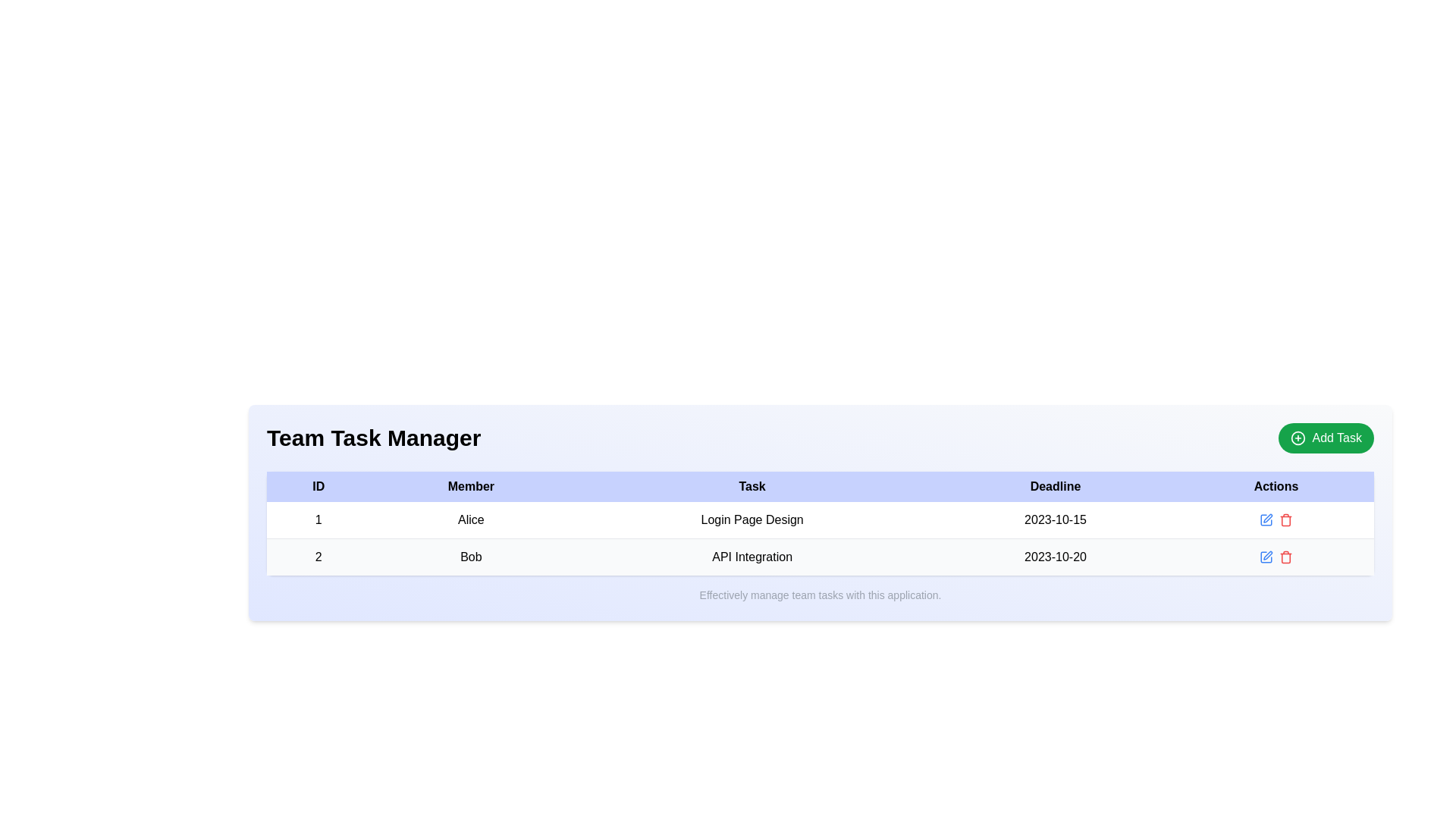 This screenshot has width=1456, height=819. I want to click on the addition icon located on the left side of the 'Add Task' button in the top-right corner of the interface for accessibility actions, so click(1298, 438).